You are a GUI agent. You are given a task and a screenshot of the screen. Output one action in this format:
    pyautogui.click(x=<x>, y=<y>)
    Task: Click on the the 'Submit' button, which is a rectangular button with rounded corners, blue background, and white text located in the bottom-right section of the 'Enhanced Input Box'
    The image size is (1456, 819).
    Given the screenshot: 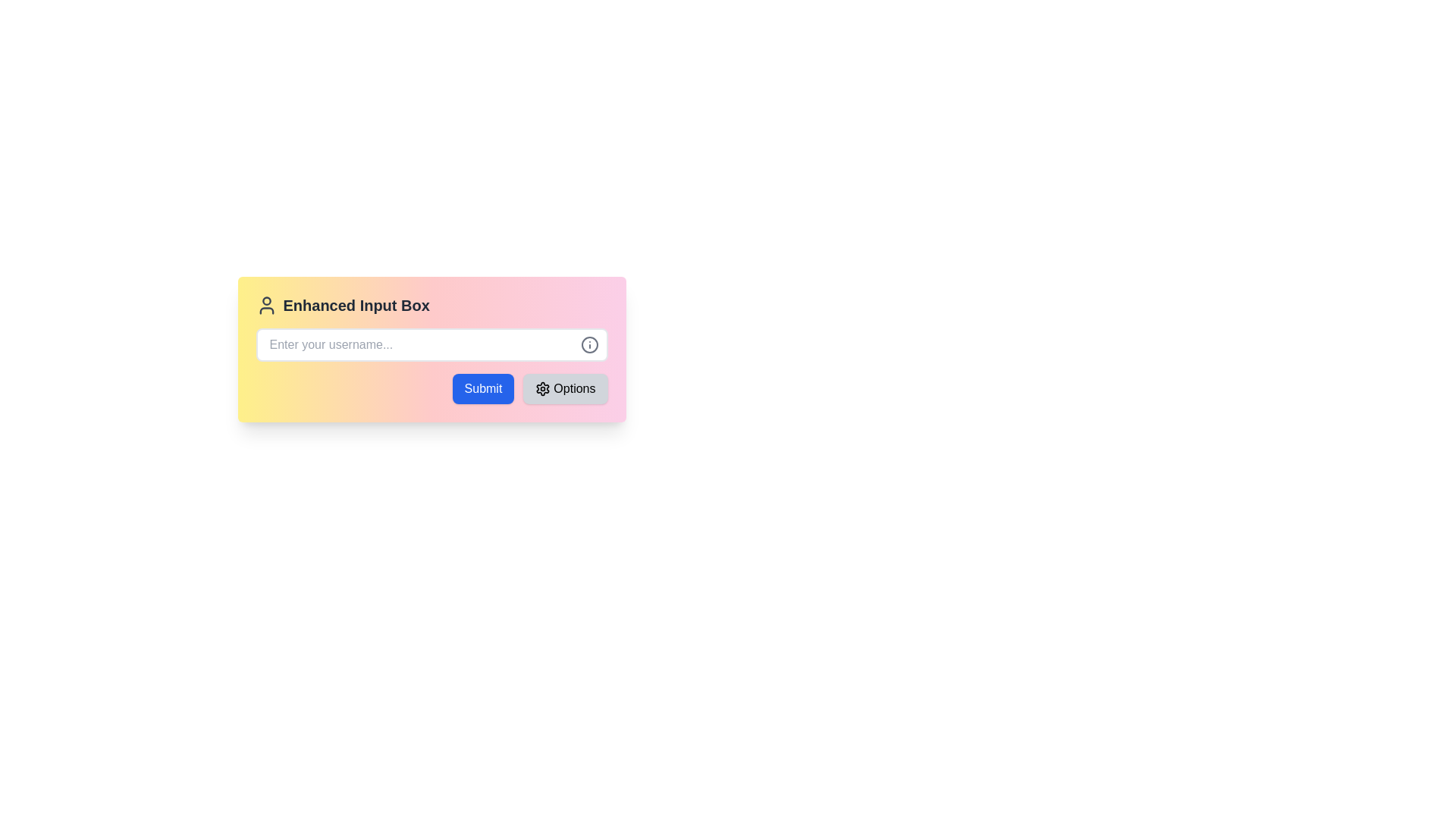 What is the action you would take?
    pyautogui.click(x=482, y=388)
    